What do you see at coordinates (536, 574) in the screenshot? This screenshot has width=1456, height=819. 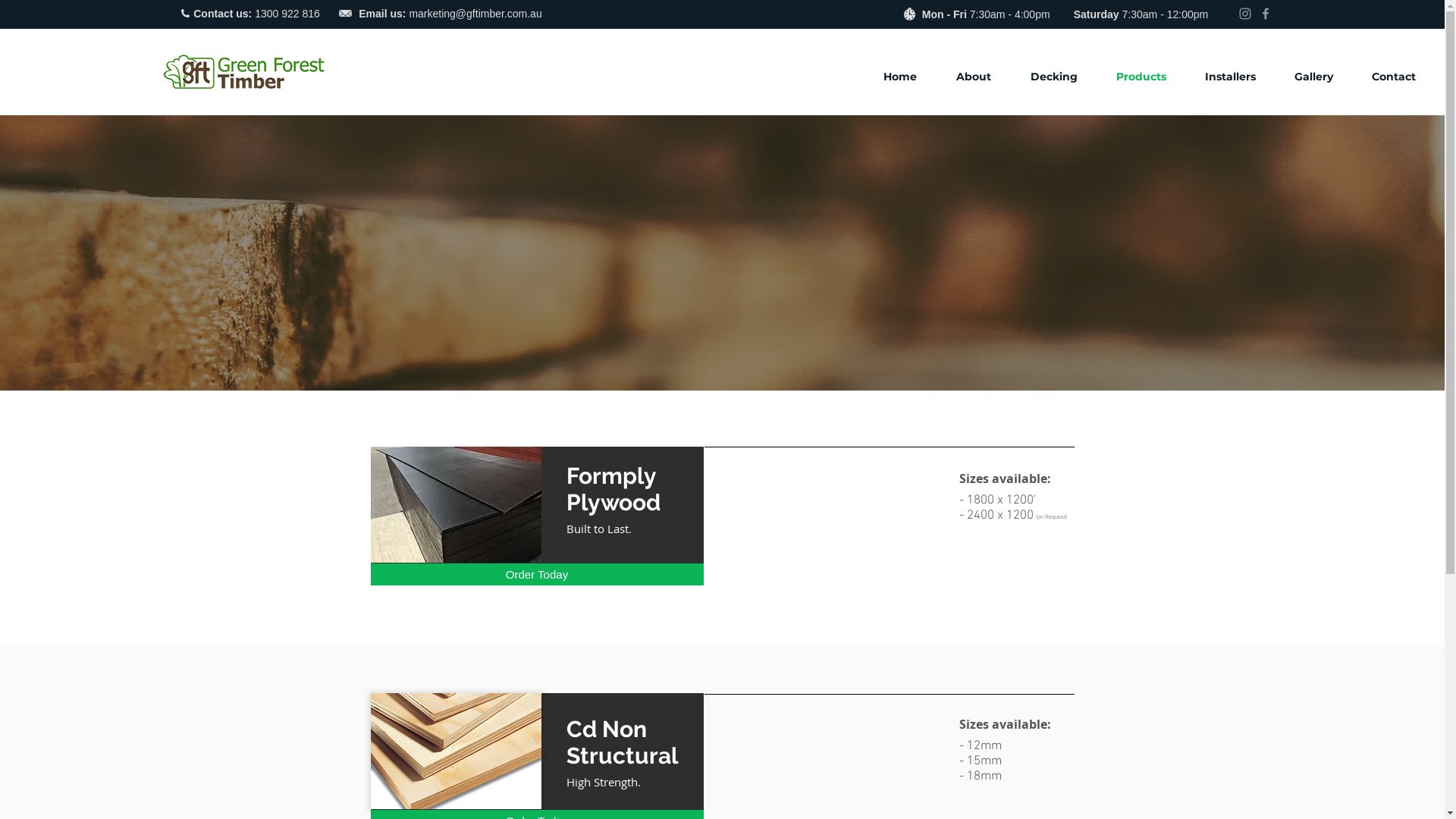 I see `'Order Today'` at bounding box center [536, 574].